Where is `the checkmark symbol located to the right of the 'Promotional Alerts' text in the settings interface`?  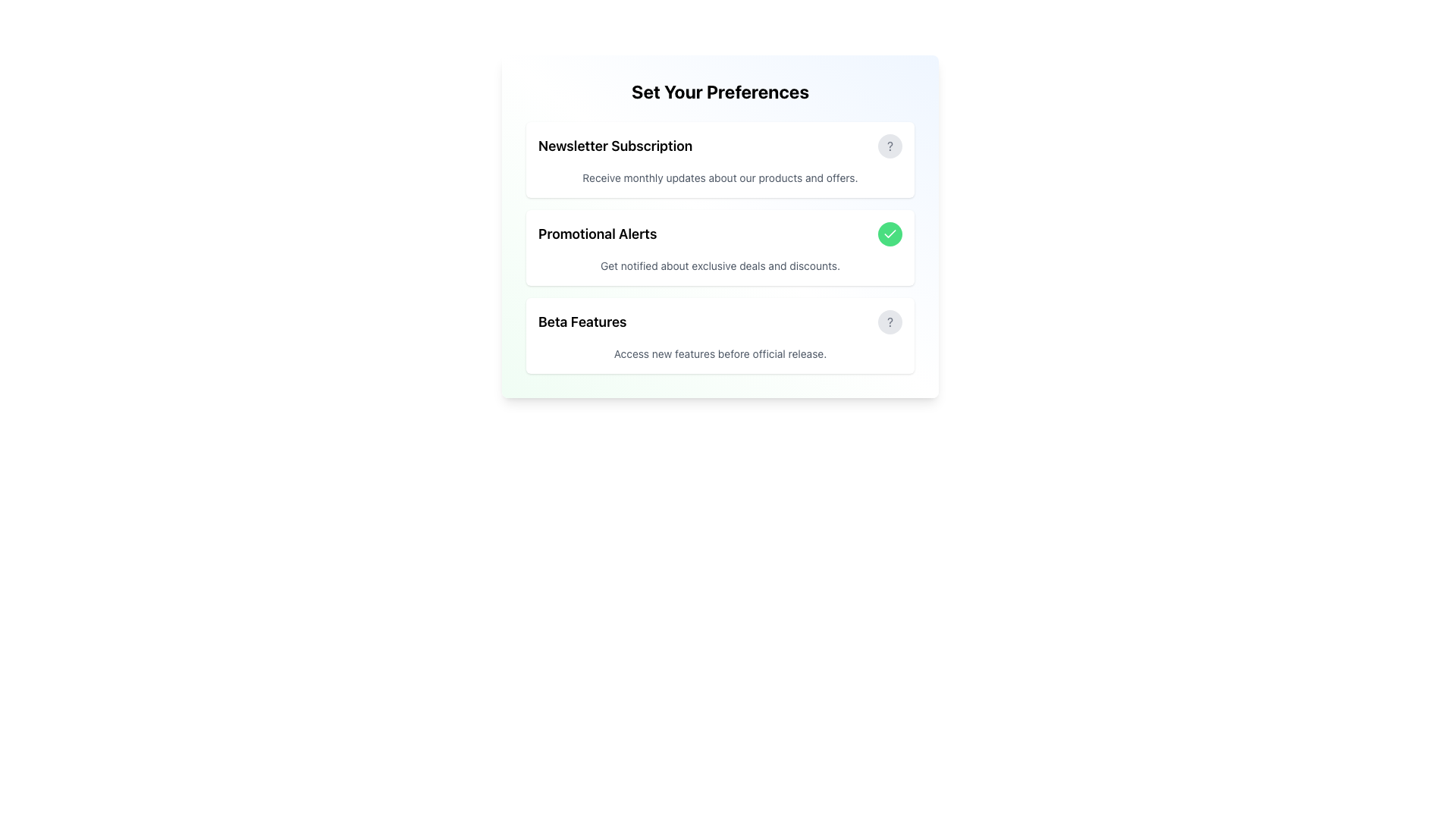 the checkmark symbol located to the right of the 'Promotional Alerts' text in the settings interface is located at coordinates (890, 234).